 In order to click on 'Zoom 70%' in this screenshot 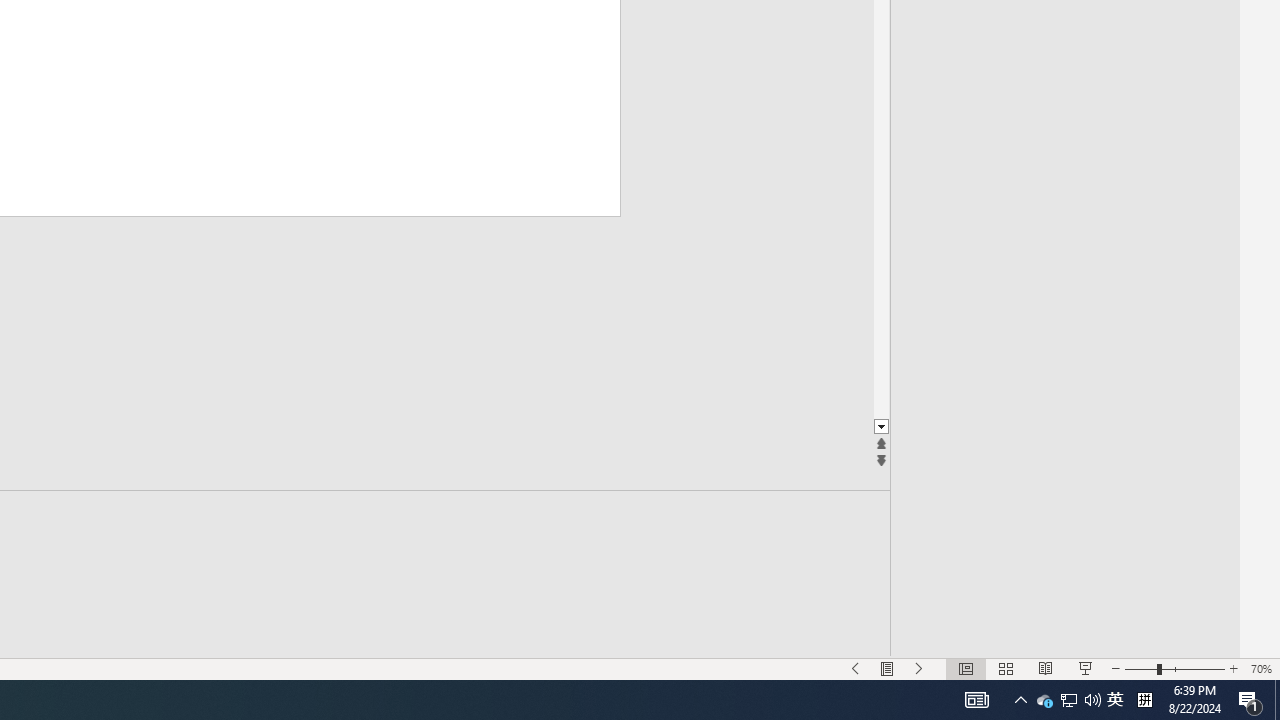, I will do `click(1260, 669)`.